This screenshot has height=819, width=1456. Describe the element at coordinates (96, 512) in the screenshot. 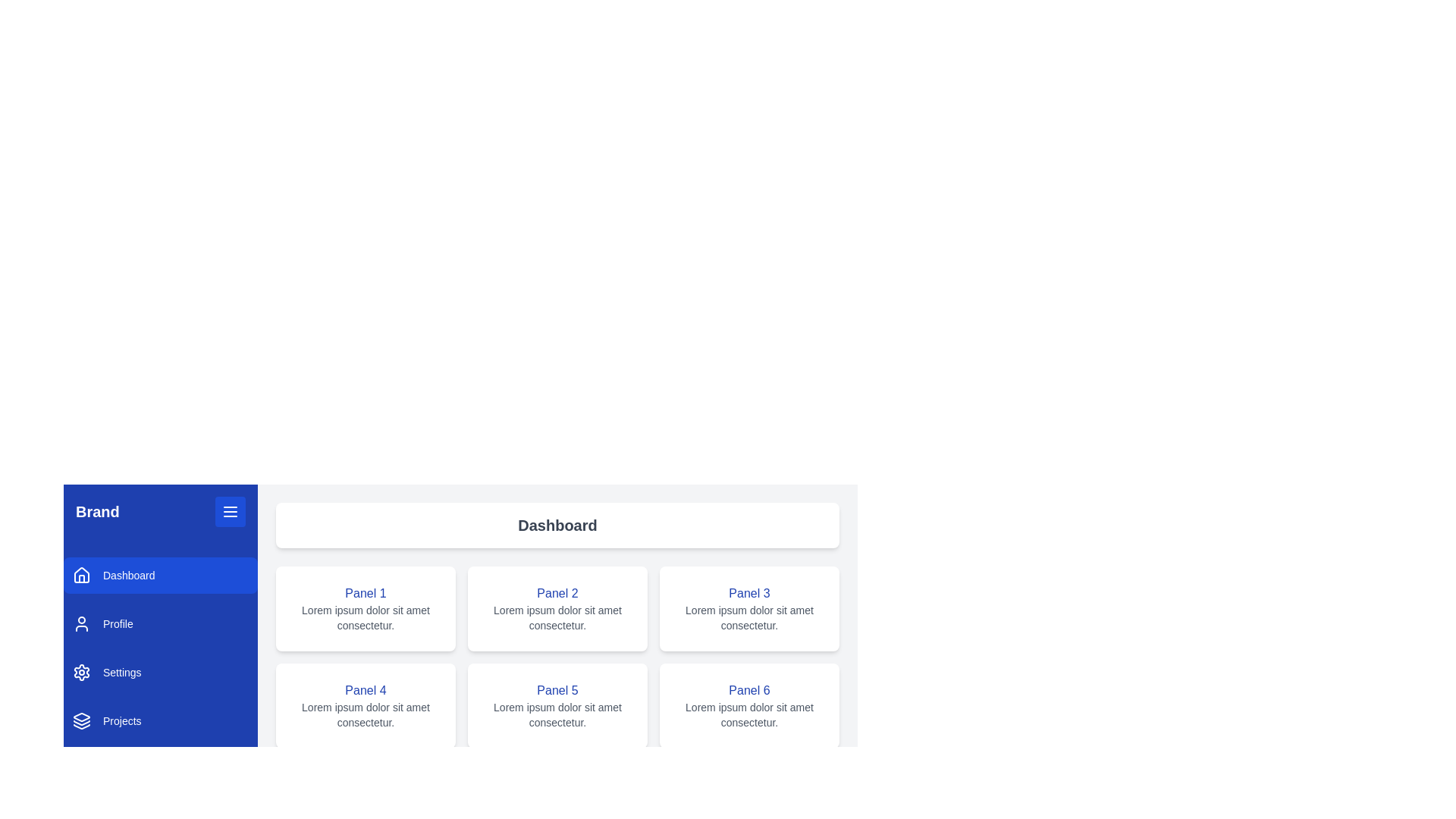

I see `or read the branding label text located at the top-left section of the sidebar, which is the leftmost element among its siblings` at that location.